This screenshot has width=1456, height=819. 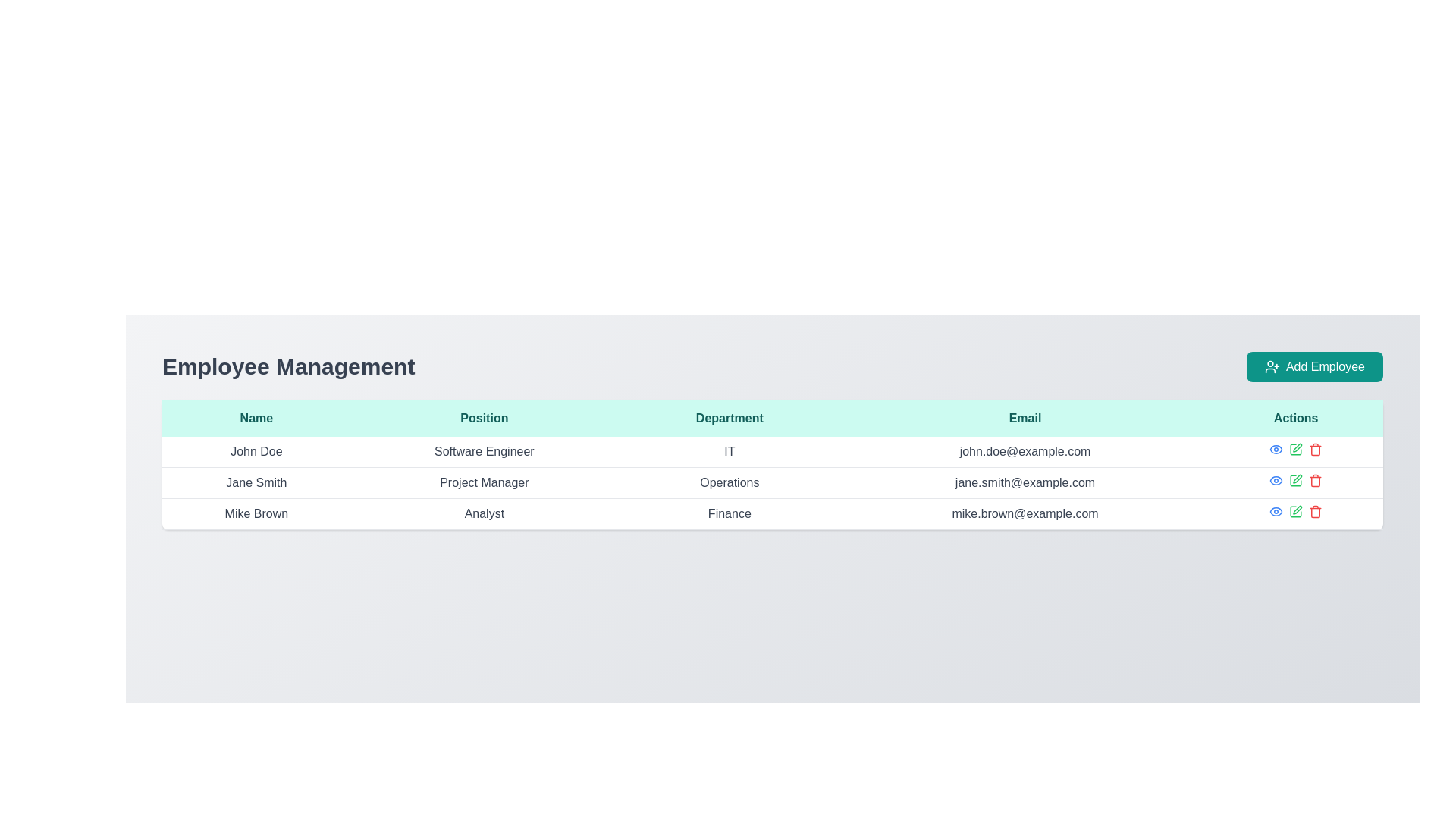 What do you see at coordinates (730, 482) in the screenshot?
I see `text label displaying 'Operations' located in the third column of the table row representing employee 'Jane Smith'` at bounding box center [730, 482].